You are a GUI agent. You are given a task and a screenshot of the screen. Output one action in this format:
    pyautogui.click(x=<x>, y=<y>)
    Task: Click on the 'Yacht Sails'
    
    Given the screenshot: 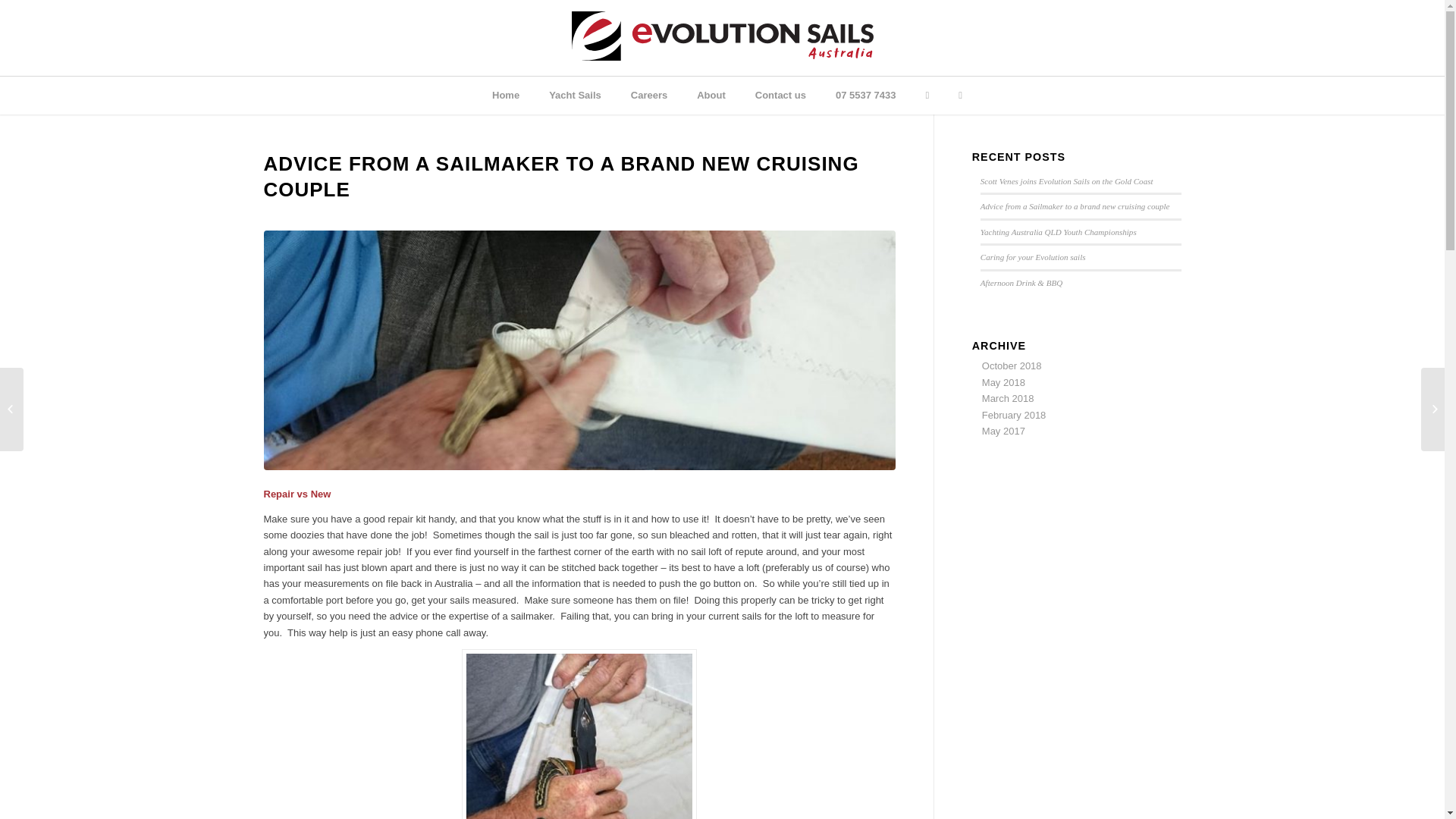 What is the action you would take?
    pyautogui.click(x=574, y=96)
    